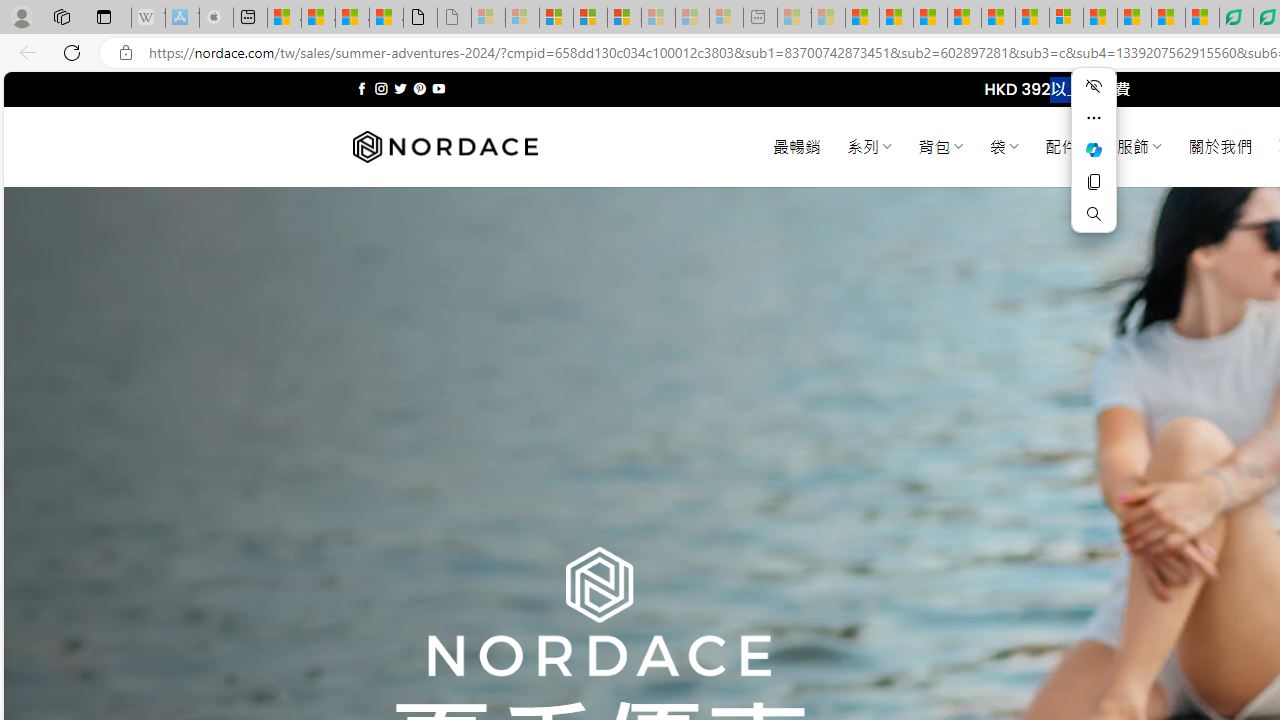  What do you see at coordinates (1235, 17) in the screenshot?
I see `'LendingTree - Compare Lenders'` at bounding box center [1235, 17].